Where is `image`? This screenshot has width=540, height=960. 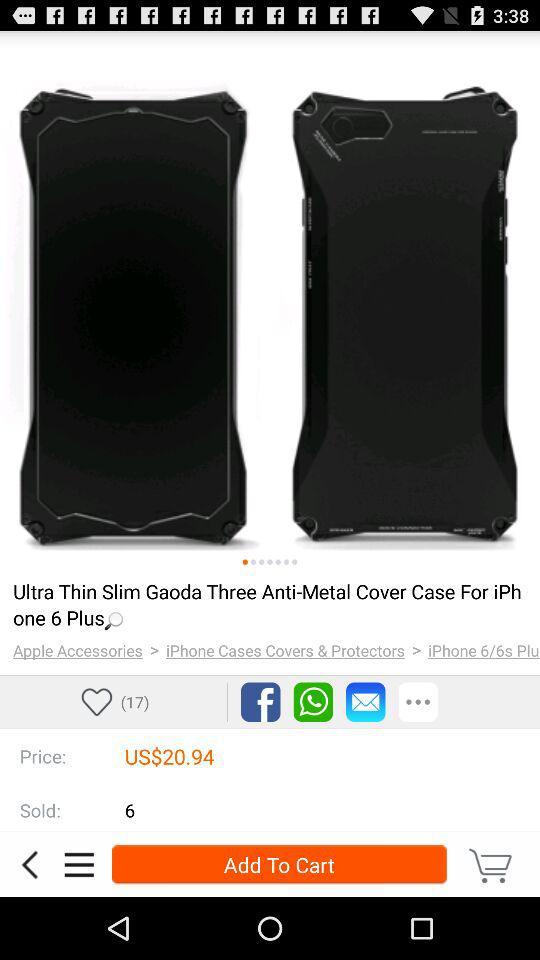 image is located at coordinates (293, 562).